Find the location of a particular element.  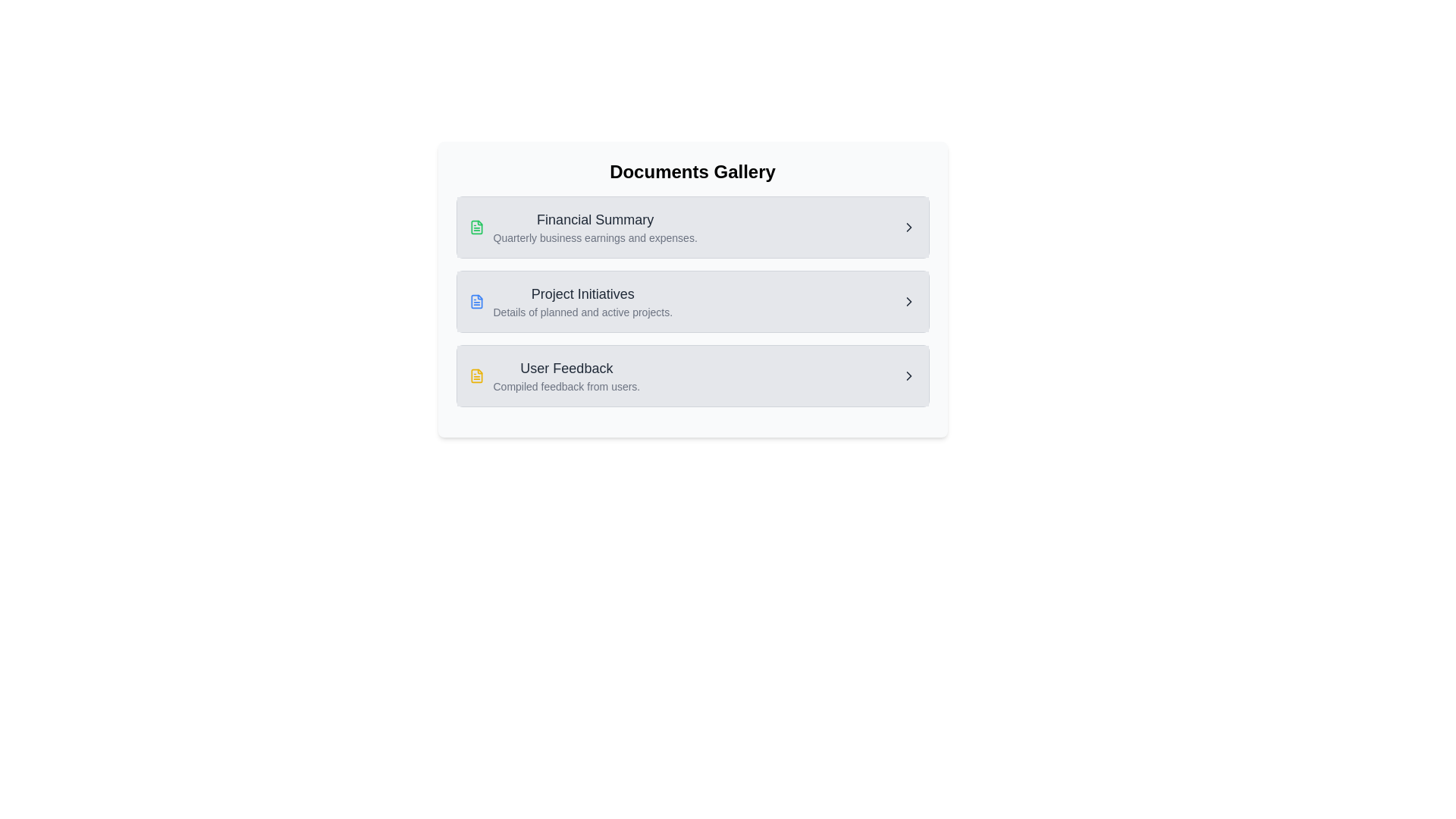

the navigation icon located on the extreme right side of the 'Financial Summary' section is located at coordinates (908, 227).